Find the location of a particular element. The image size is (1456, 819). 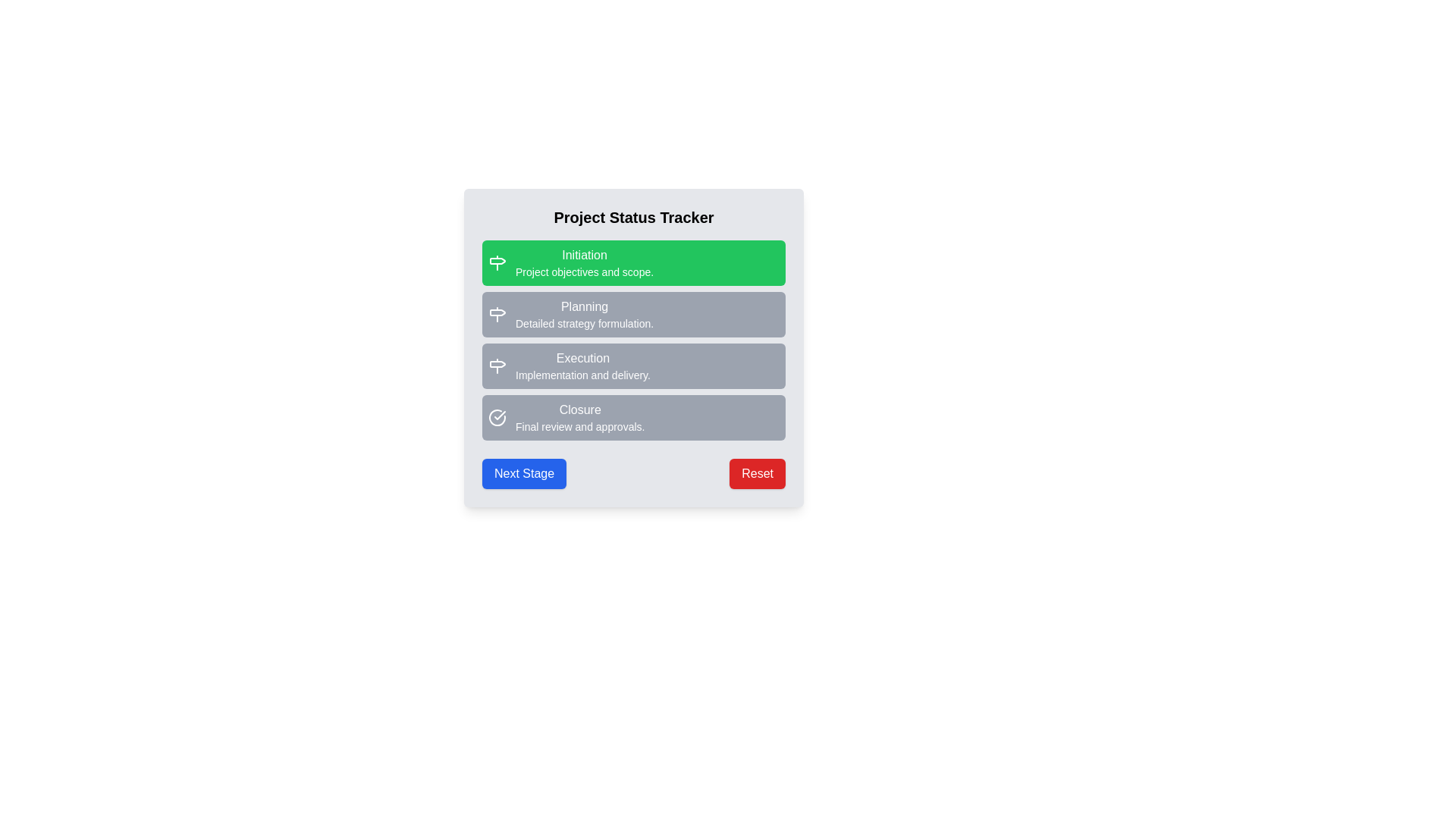

the 'Initiation' label which has two lines of text, the first being bold and white on a green background, indicating the start of project objectives and scope is located at coordinates (584, 262).